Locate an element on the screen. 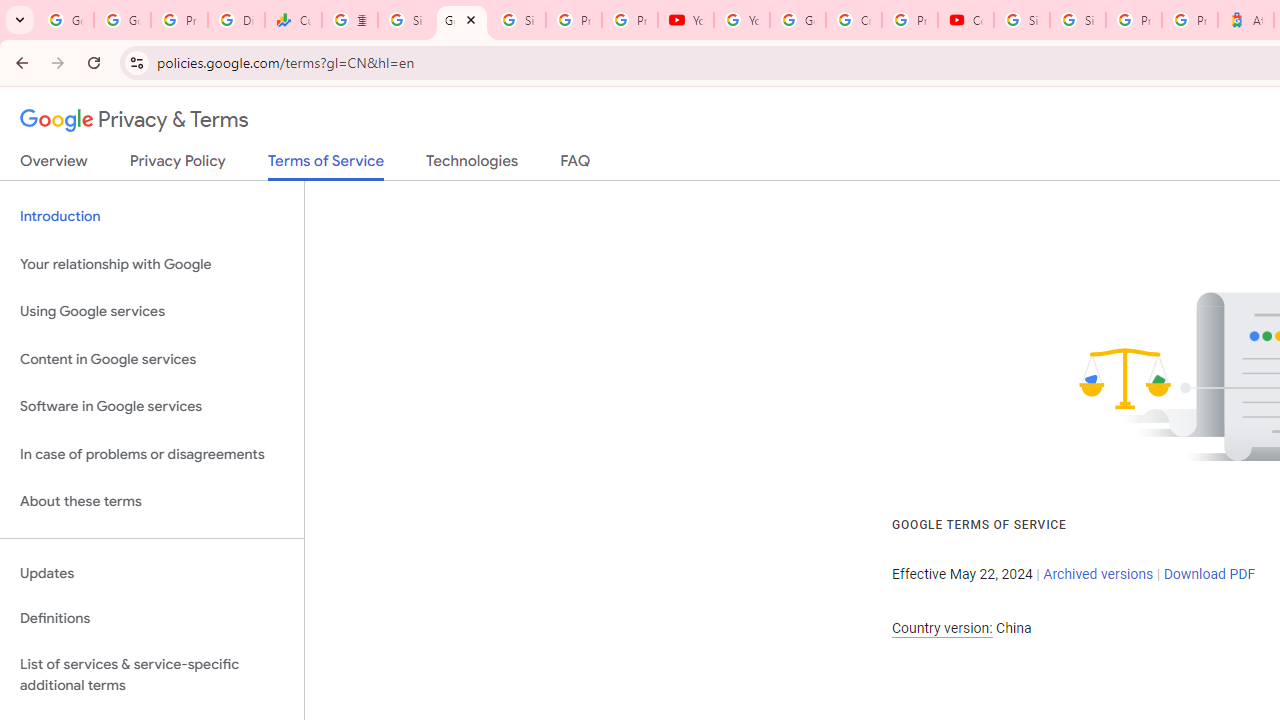 The height and width of the screenshot is (720, 1280). 'Technologies' is located at coordinates (471, 164).